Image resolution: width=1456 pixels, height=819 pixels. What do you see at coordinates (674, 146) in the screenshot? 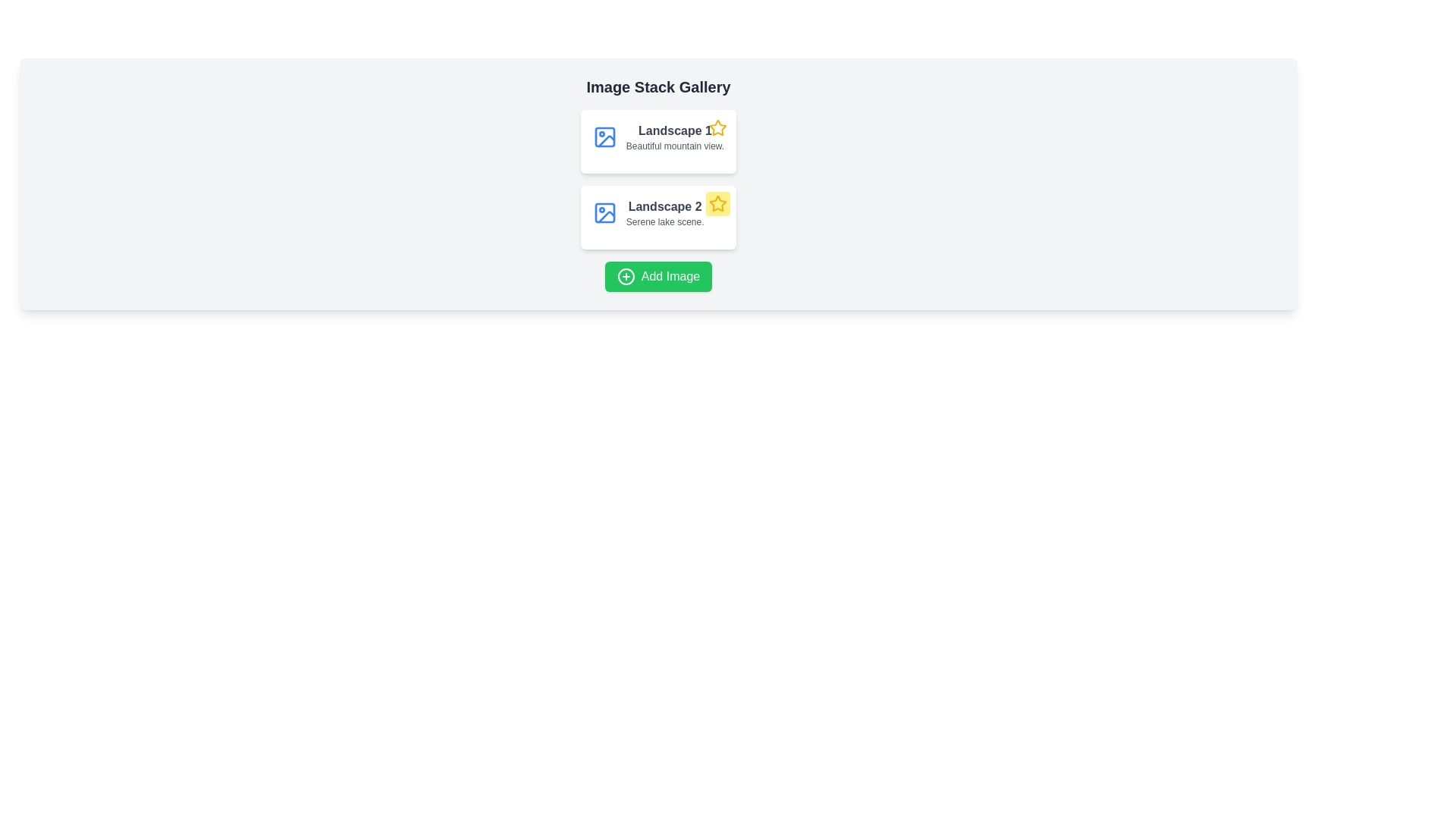
I see `the text label displaying 'Beautiful mountain view.' which is positioned beneath the title 'Landscape 1' in the upper card of the two-card layout` at bounding box center [674, 146].